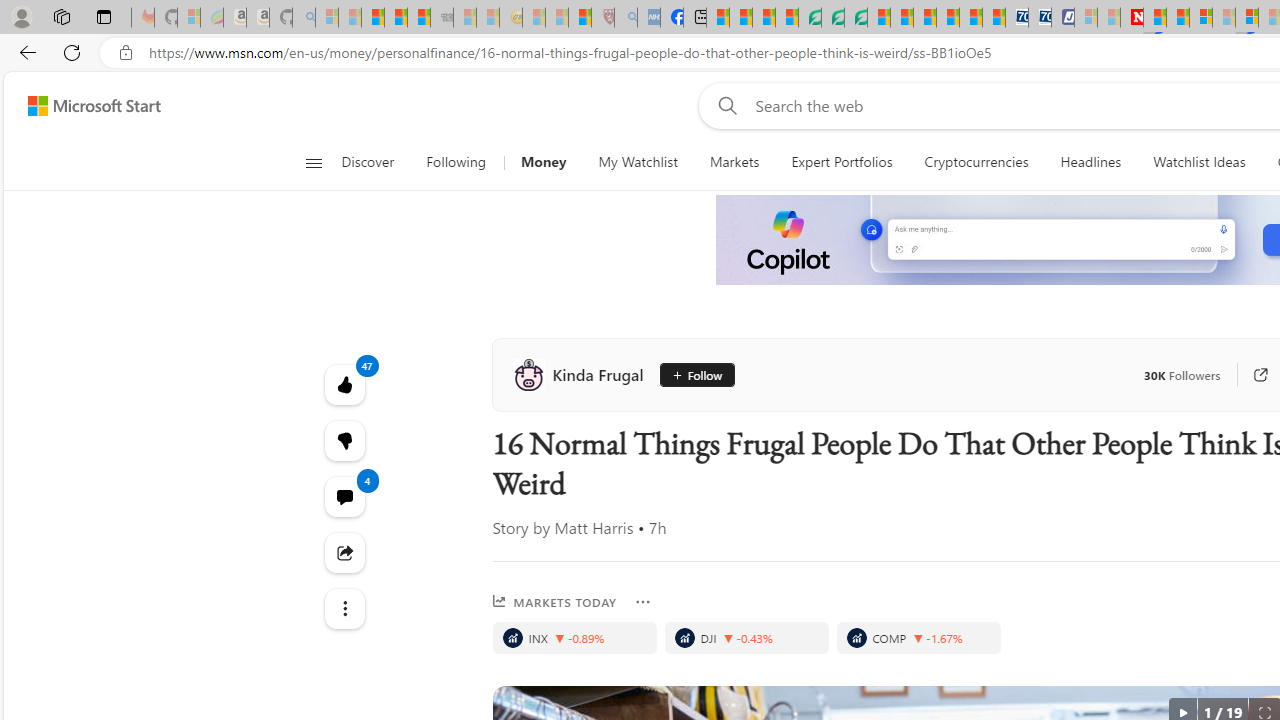 This screenshot has height=720, width=1280. What do you see at coordinates (842, 162) in the screenshot?
I see `'Expert Portfolios'` at bounding box center [842, 162].